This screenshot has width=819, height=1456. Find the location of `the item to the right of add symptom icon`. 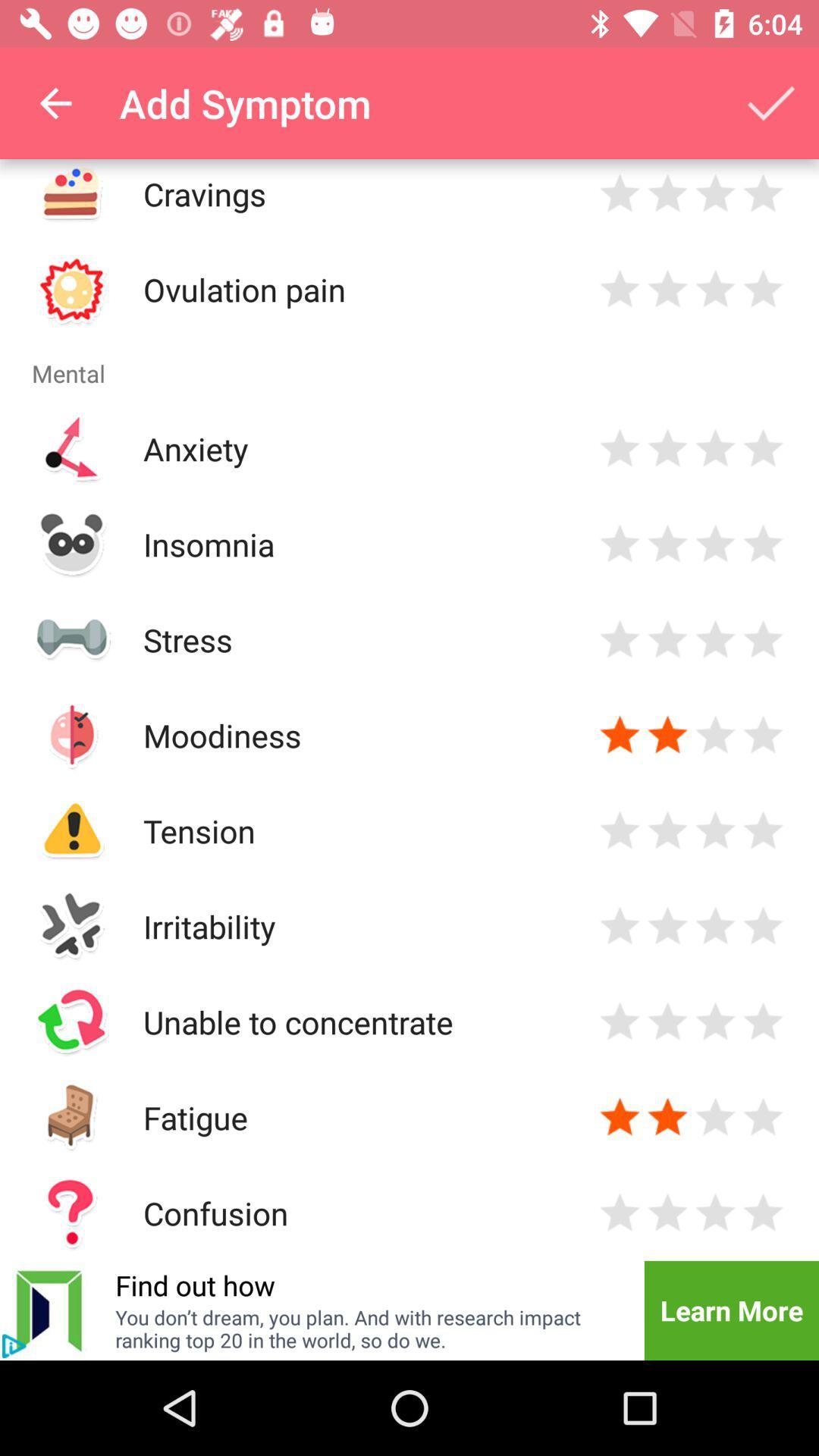

the item to the right of add symptom icon is located at coordinates (771, 102).